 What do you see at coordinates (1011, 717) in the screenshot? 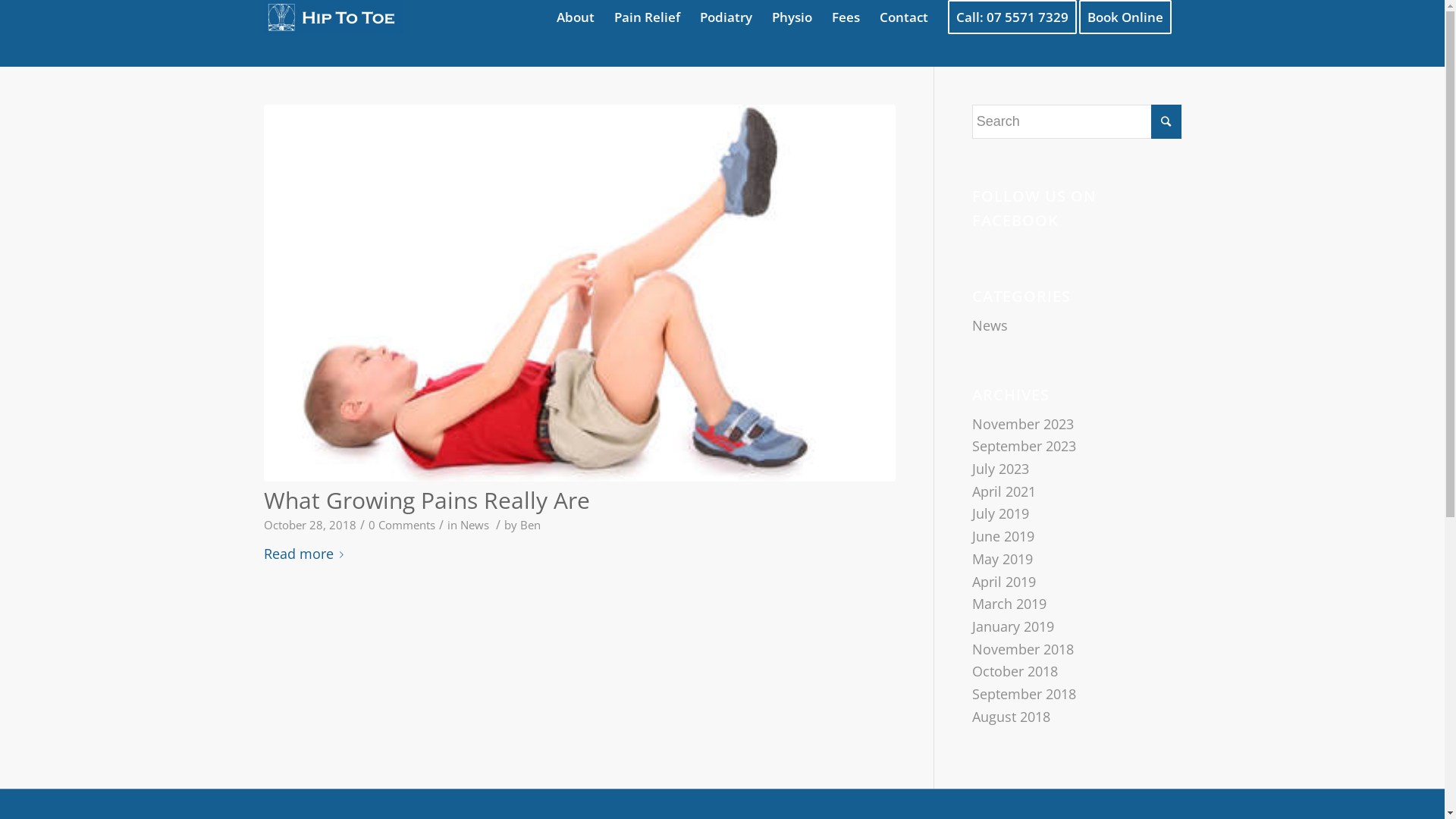
I see `'August 2018'` at bounding box center [1011, 717].